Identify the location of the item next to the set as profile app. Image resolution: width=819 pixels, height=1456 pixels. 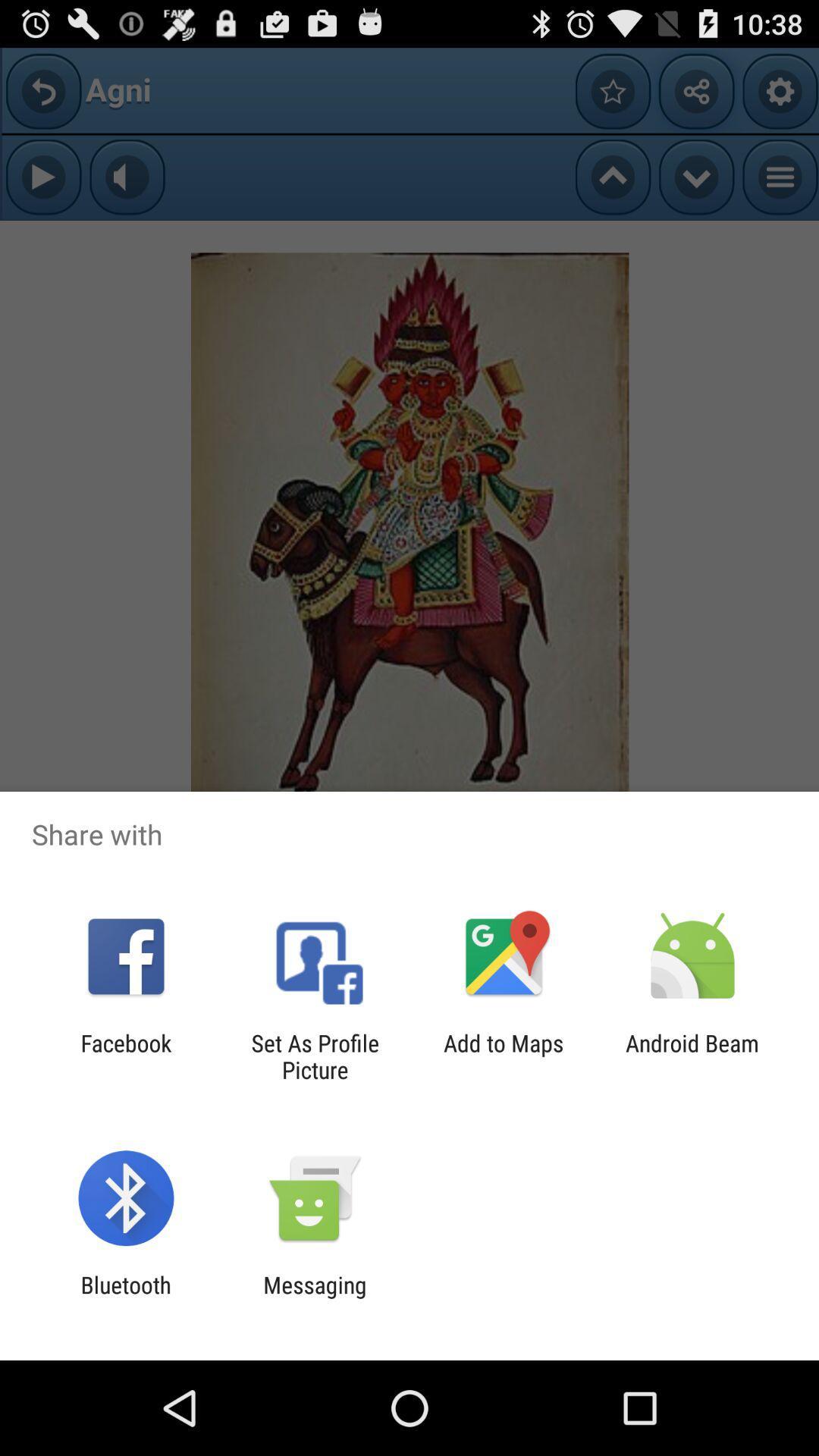
(125, 1056).